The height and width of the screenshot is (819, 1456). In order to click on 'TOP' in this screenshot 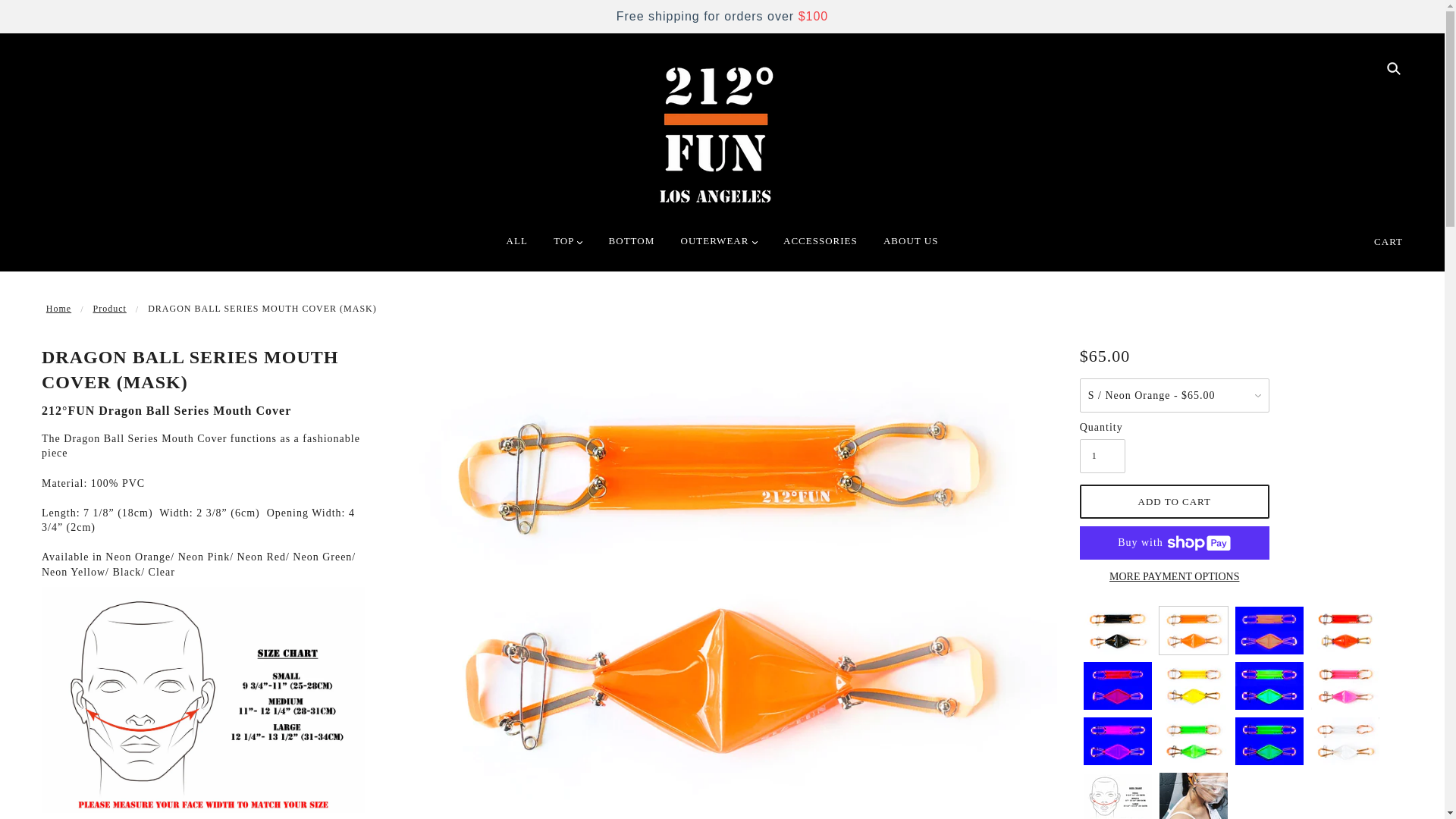, I will do `click(566, 246)`.